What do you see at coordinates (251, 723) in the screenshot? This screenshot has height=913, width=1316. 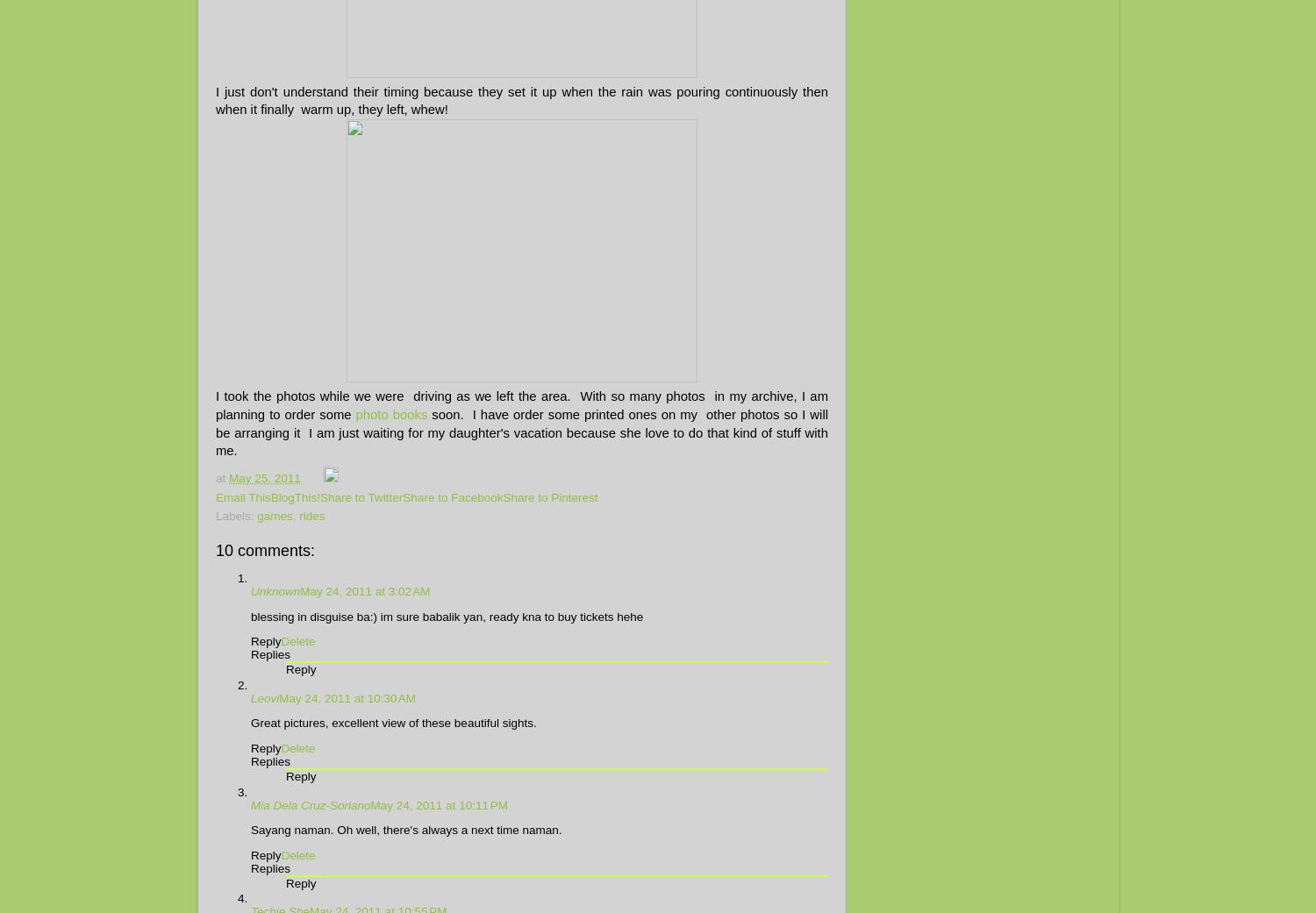 I see `'Great pictures, excellent view of these beautiful sights.'` at bounding box center [251, 723].